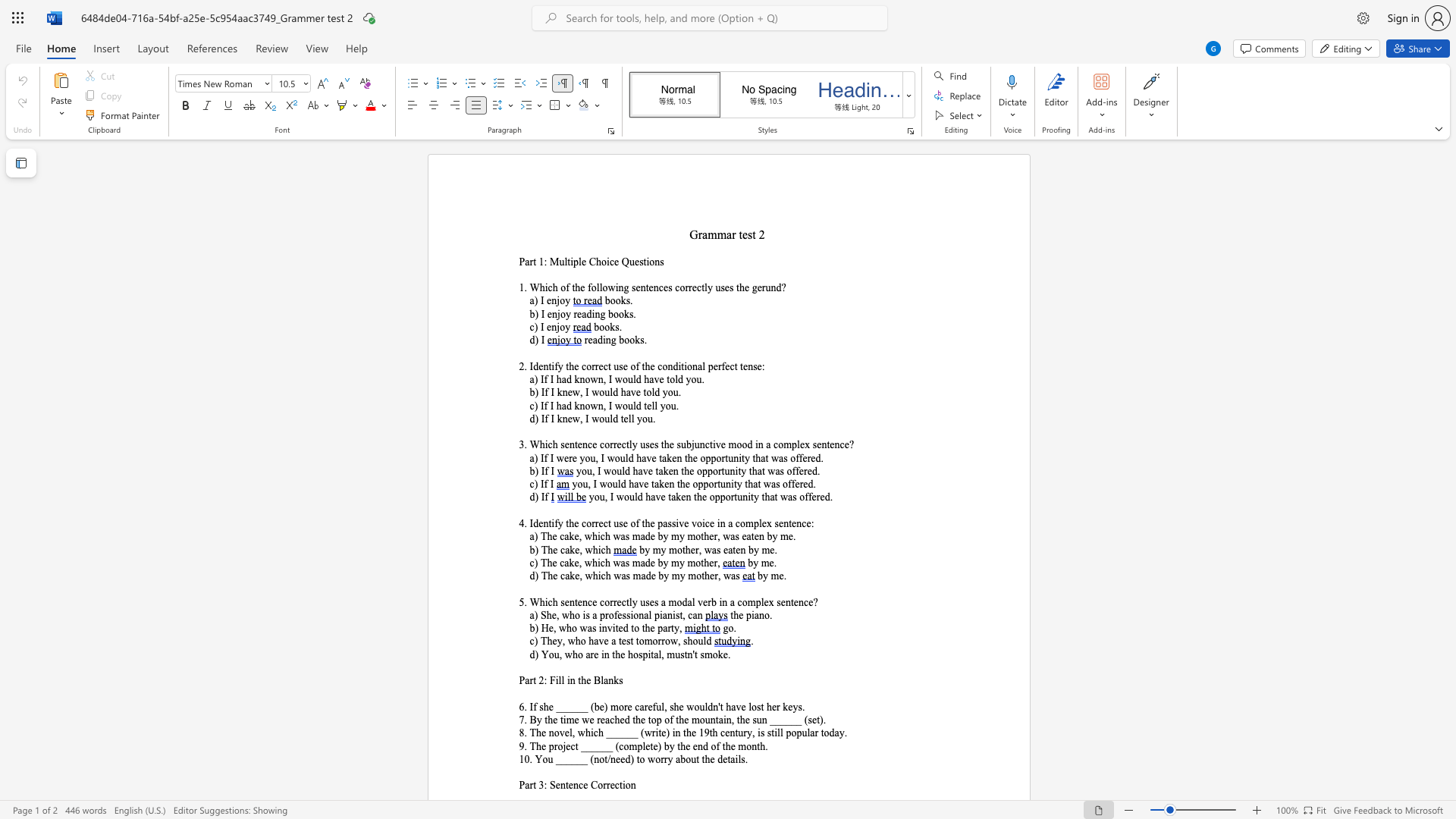  I want to click on the space between the continuous character "w" and "e" in the text, so click(563, 457).